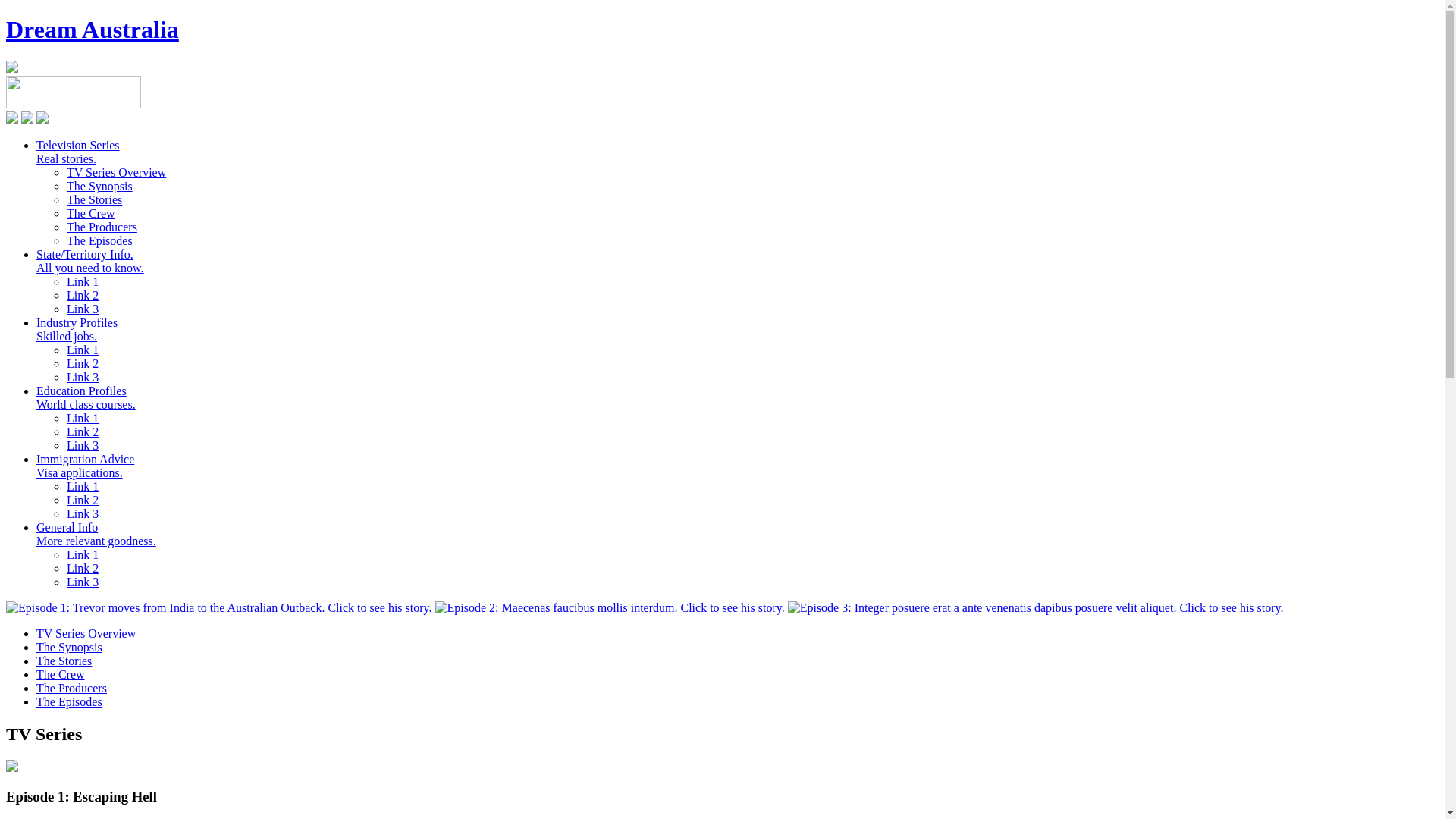 This screenshot has height=819, width=1456. I want to click on 'Industry Profiles, so click(76, 328).